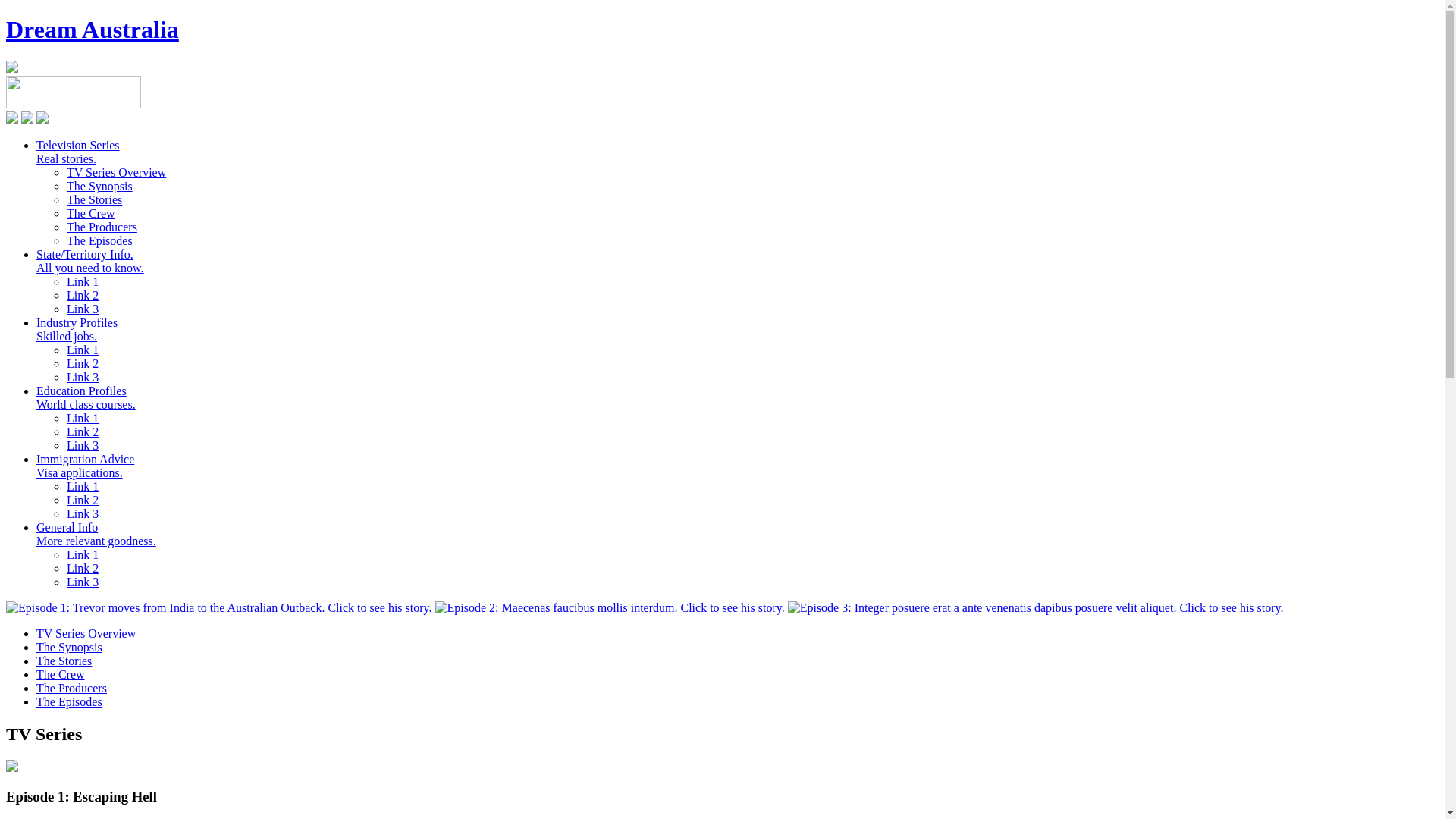 This screenshot has height=819, width=1456. I want to click on 'Industry Profiles, so click(76, 328).